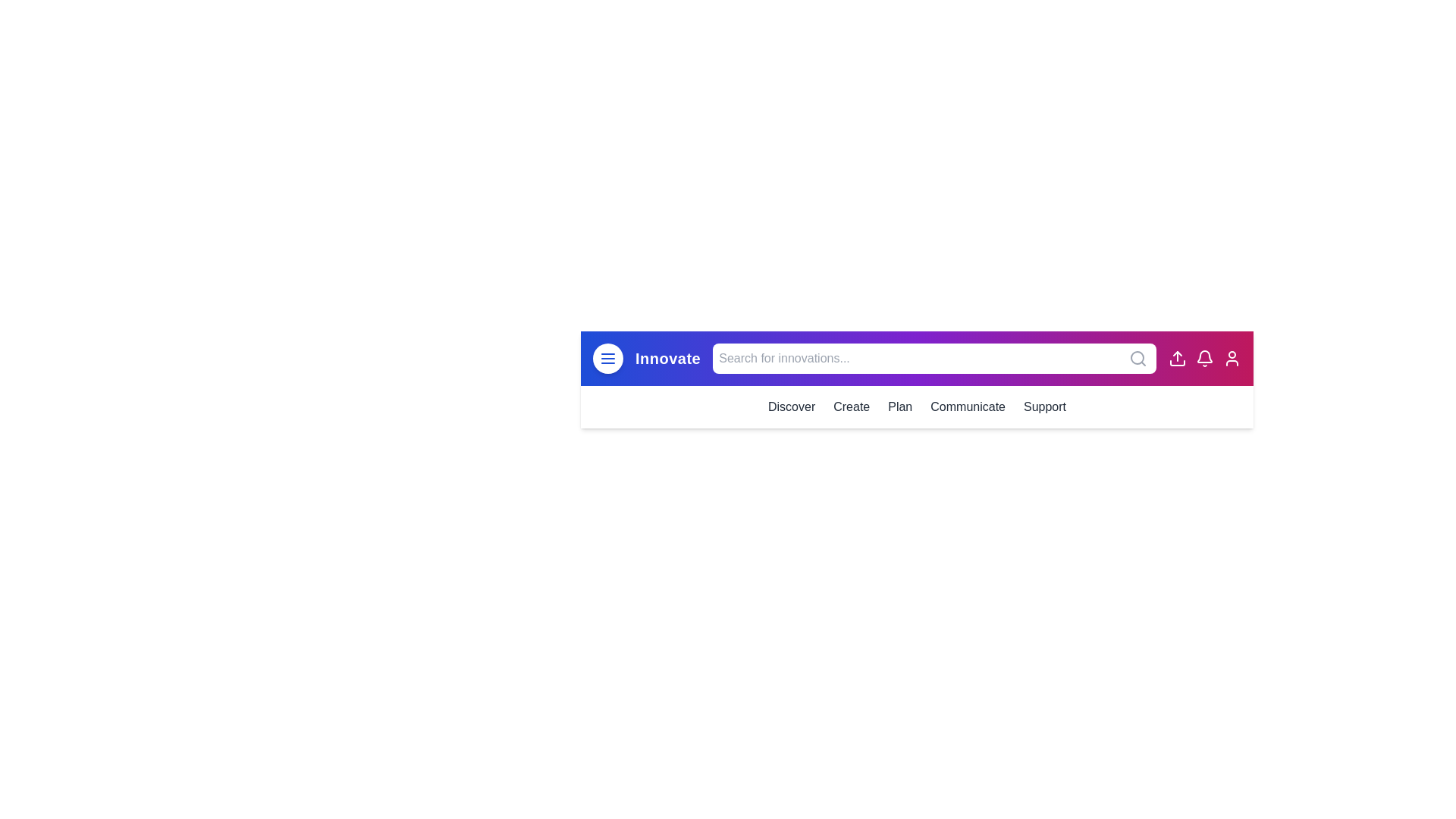  What do you see at coordinates (1203, 359) in the screenshot?
I see `the notifications icon in the InnovateAppBar` at bounding box center [1203, 359].